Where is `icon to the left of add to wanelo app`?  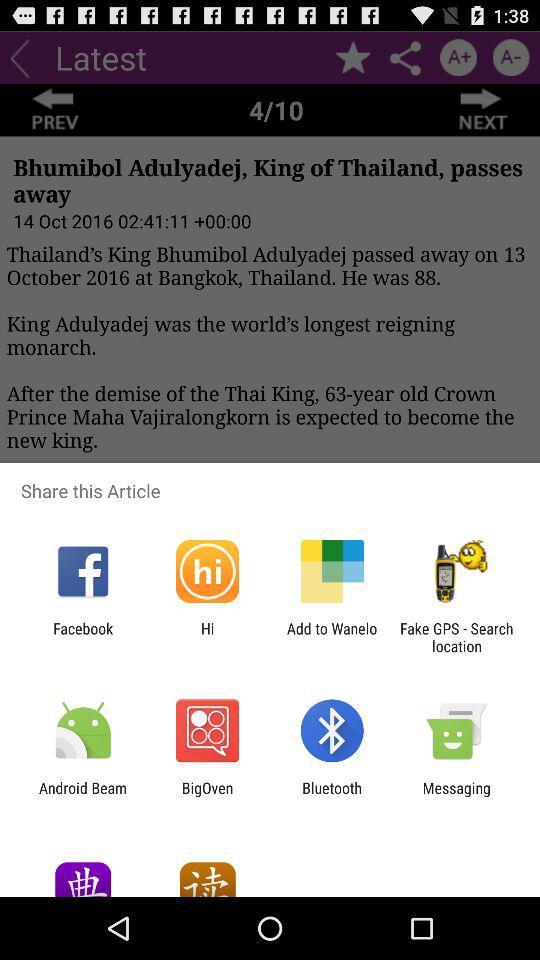 icon to the left of add to wanelo app is located at coordinates (206, 636).